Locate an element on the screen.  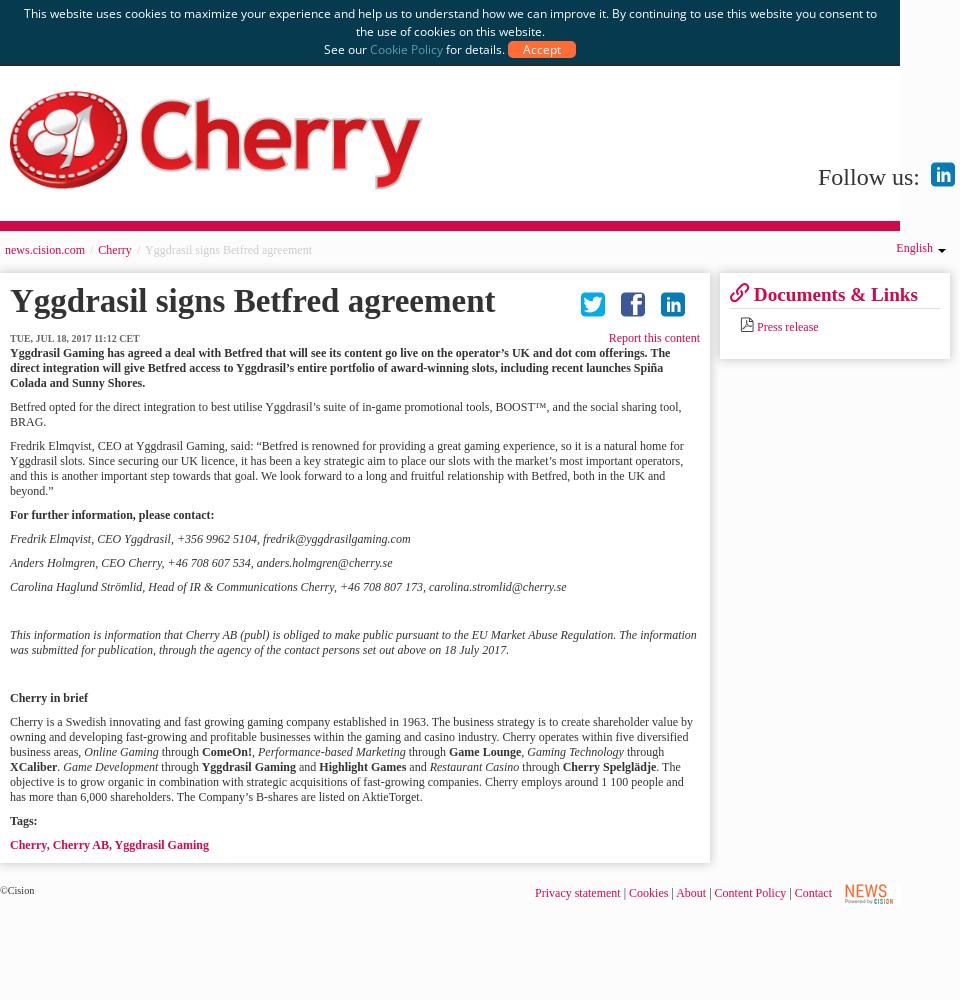
'Fredrik Elmqvist, CEO Yggdrasil, +356 9962 5104, fredrik@yggdrasilgaming.com' is located at coordinates (210, 539).